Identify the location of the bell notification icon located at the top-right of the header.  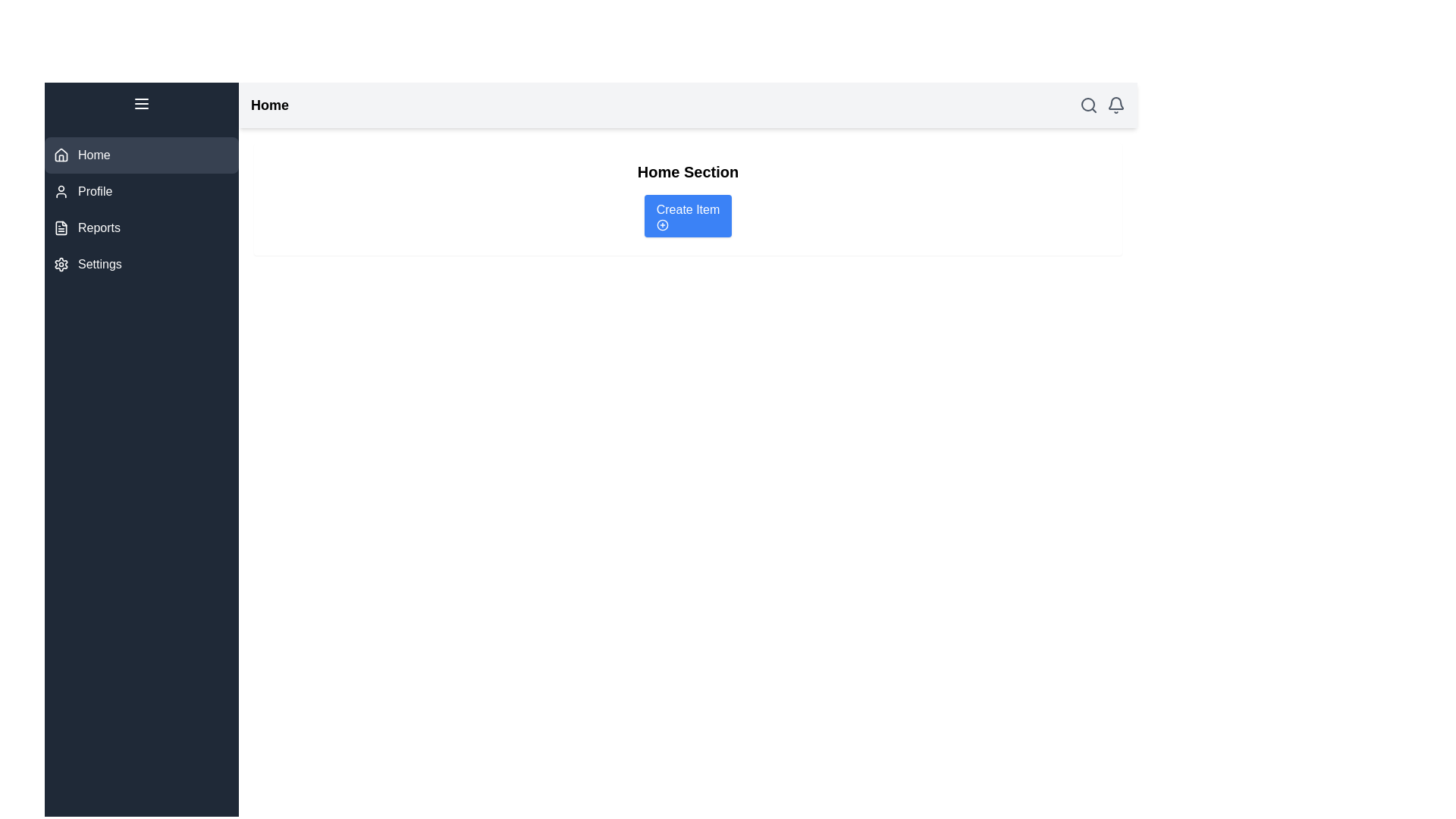
(1116, 104).